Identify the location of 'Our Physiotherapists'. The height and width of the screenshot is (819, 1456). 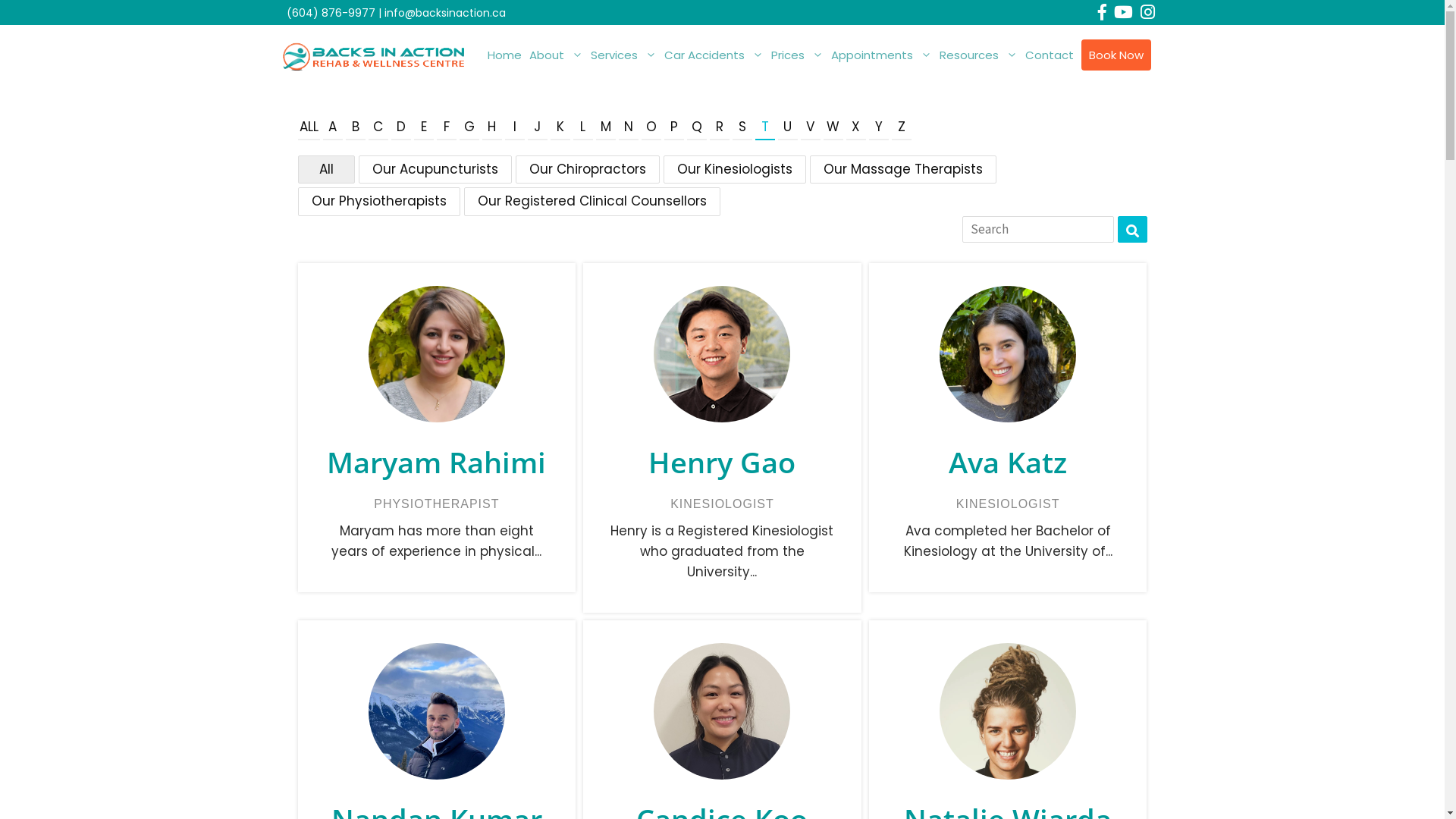
(378, 200).